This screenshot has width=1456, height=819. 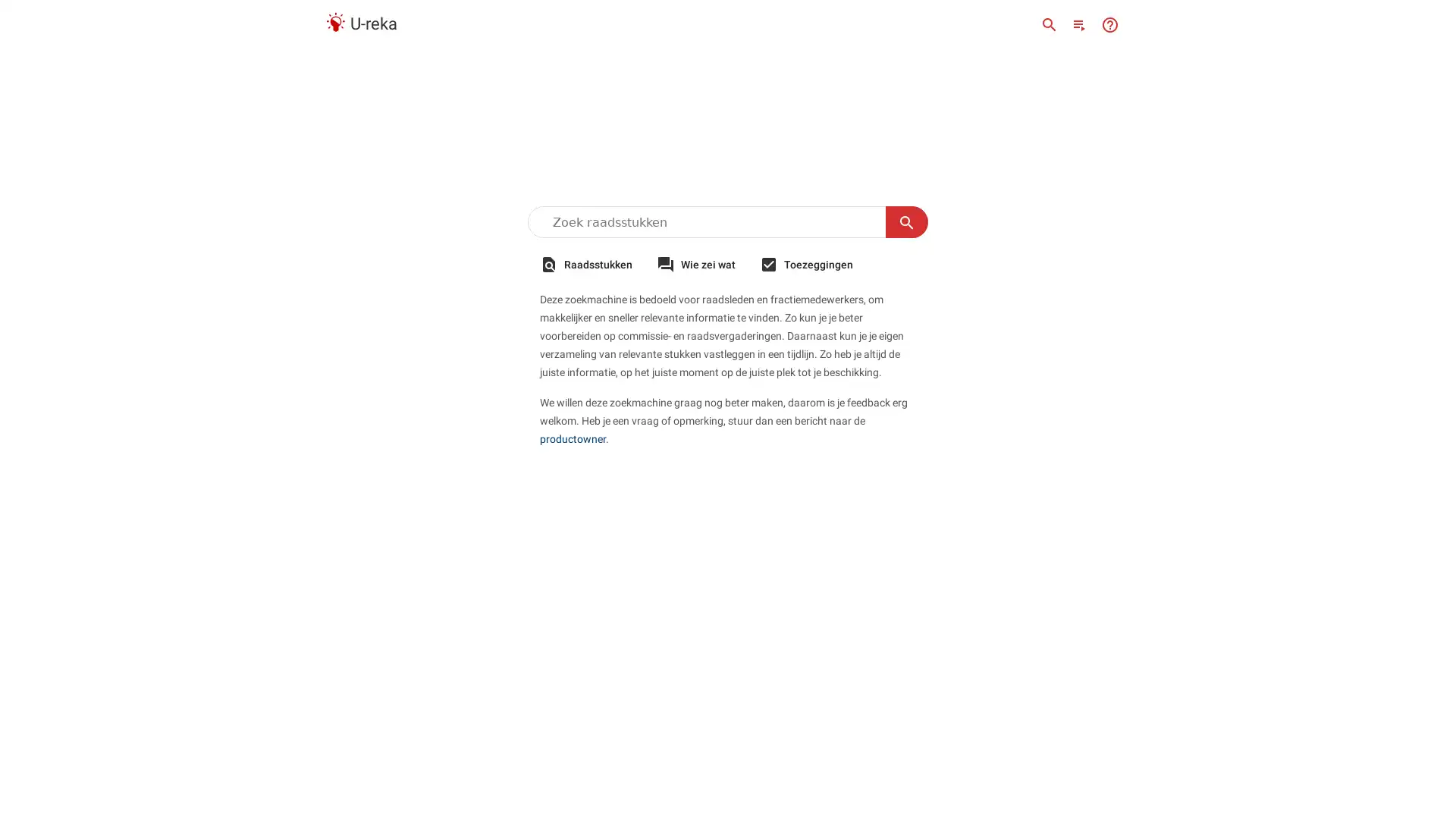 What do you see at coordinates (1048, 24) in the screenshot?
I see `Zoeken` at bounding box center [1048, 24].